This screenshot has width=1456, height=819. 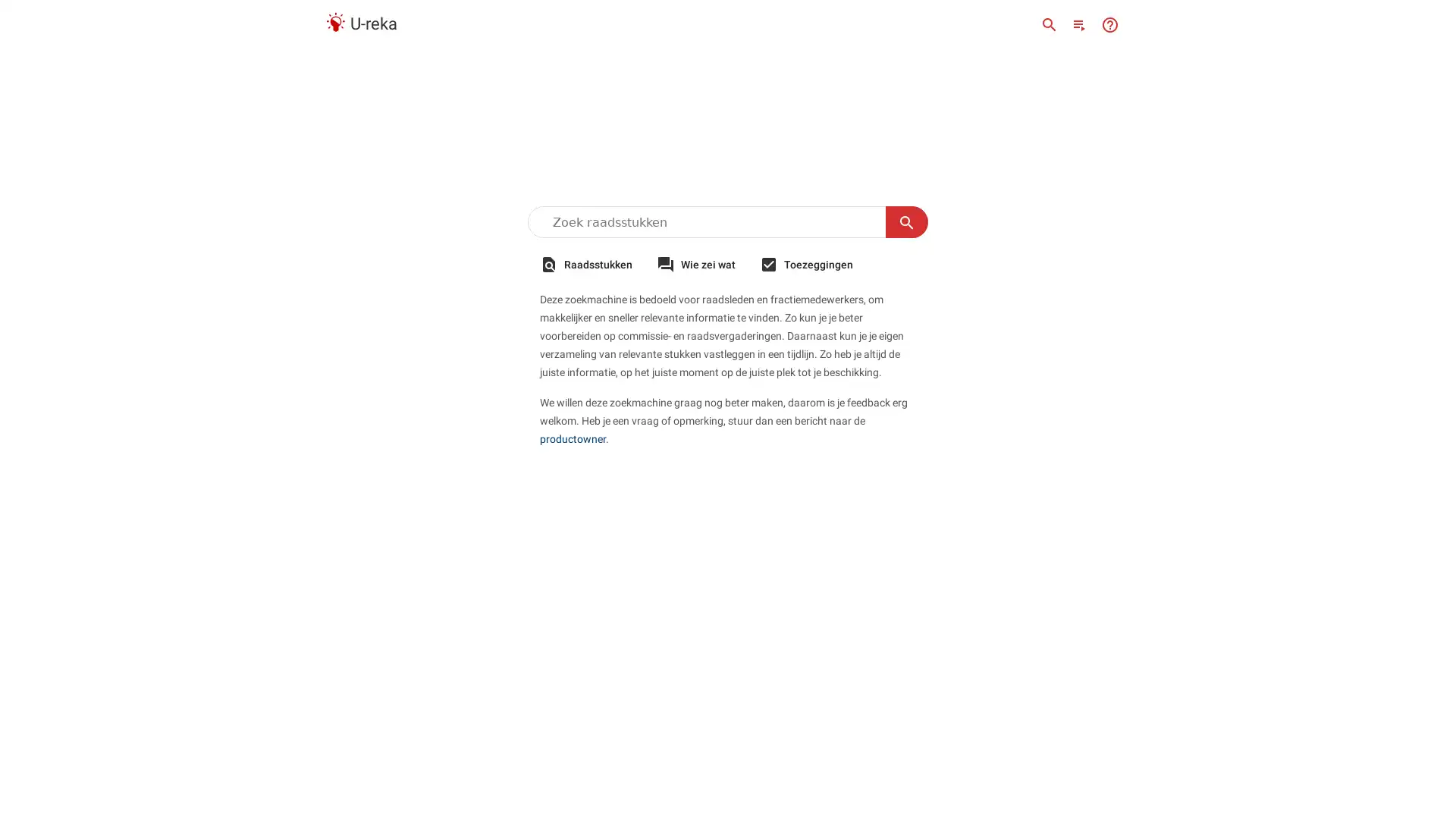 What do you see at coordinates (1048, 24) in the screenshot?
I see `Zoeken` at bounding box center [1048, 24].